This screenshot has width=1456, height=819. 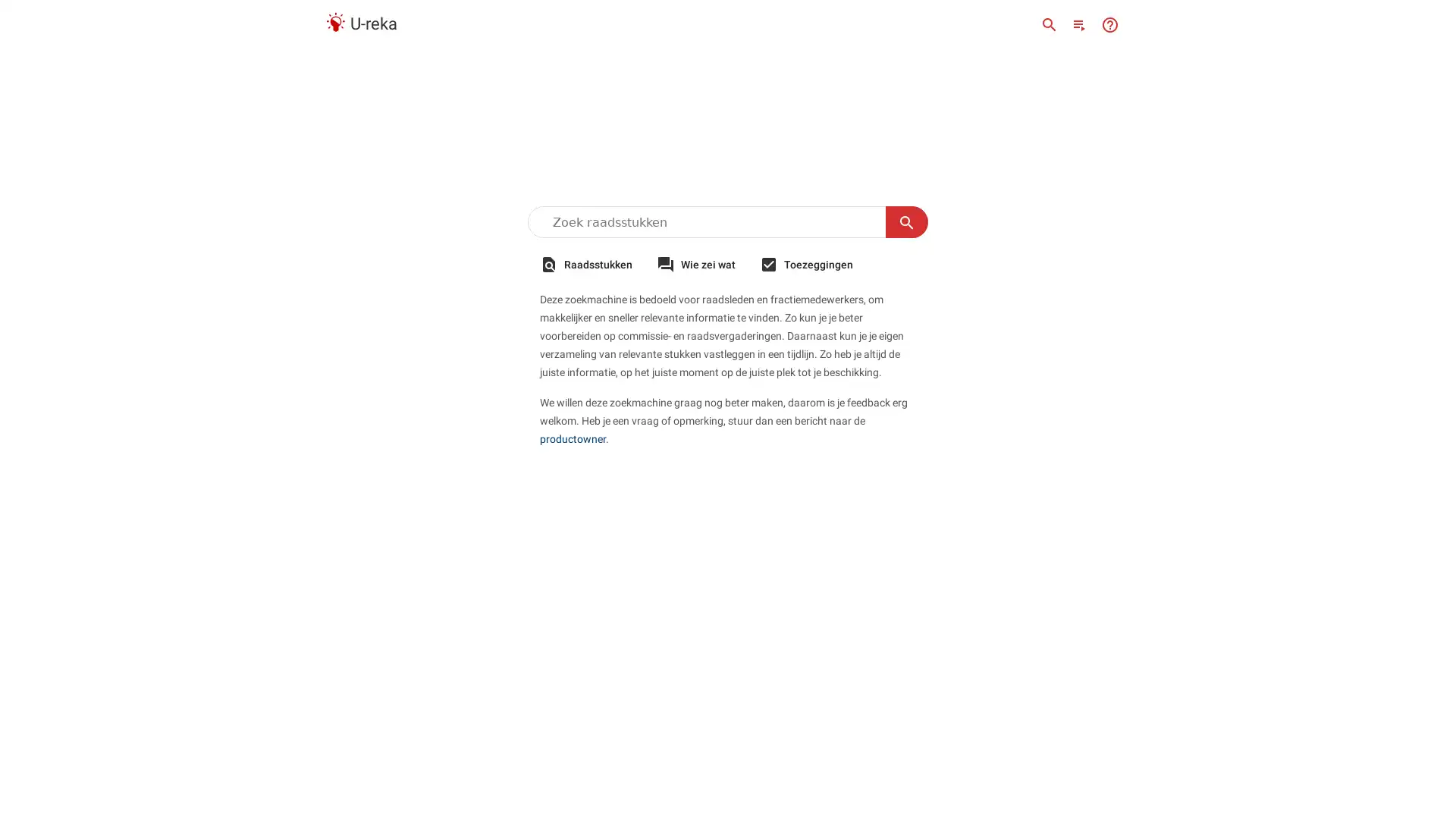 What do you see at coordinates (1048, 24) in the screenshot?
I see `Zoeken` at bounding box center [1048, 24].